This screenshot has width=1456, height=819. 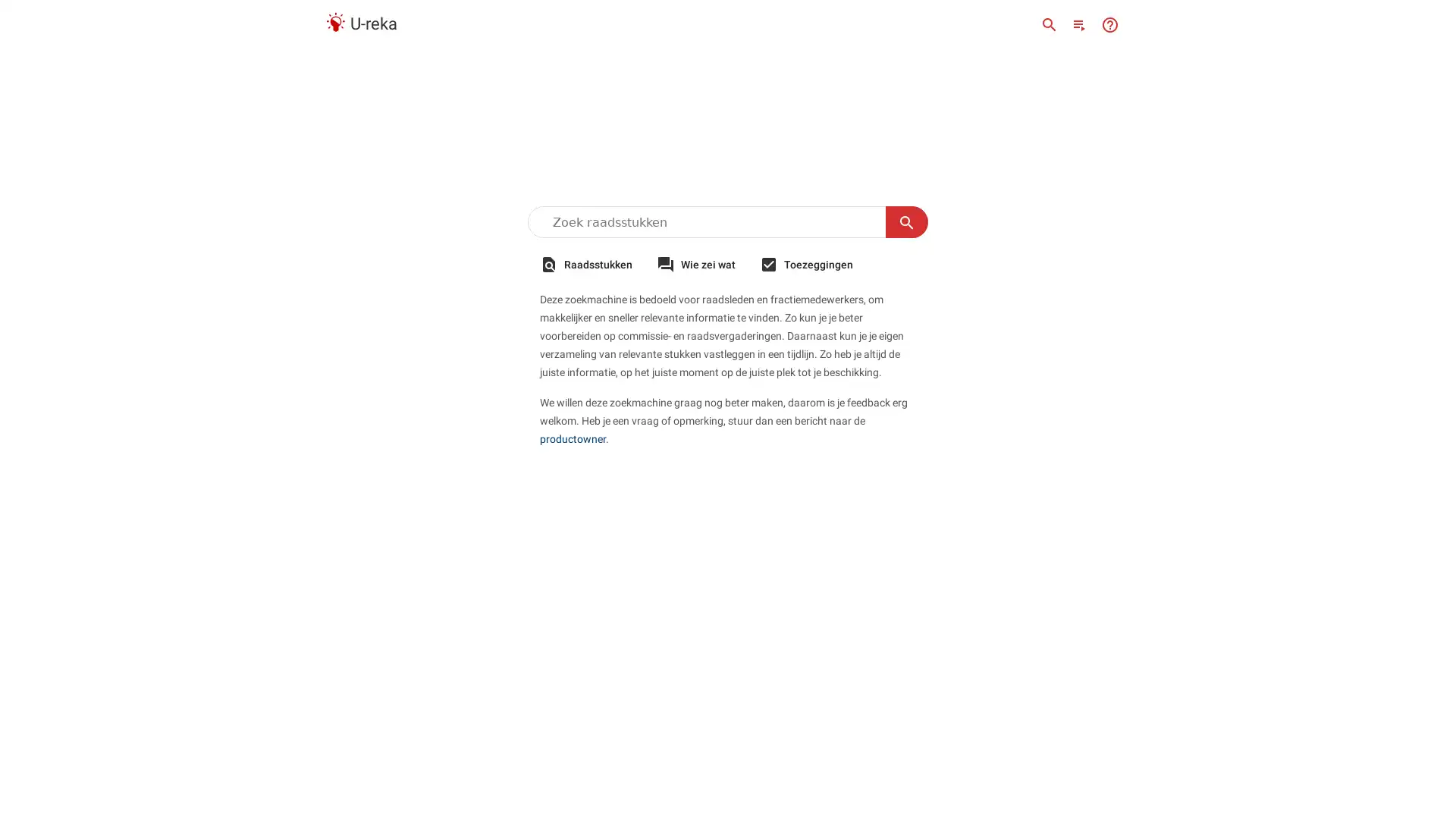 What do you see at coordinates (1048, 24) in the screenshot?
I see `Zoeken` at bounding box center [1048, 24].